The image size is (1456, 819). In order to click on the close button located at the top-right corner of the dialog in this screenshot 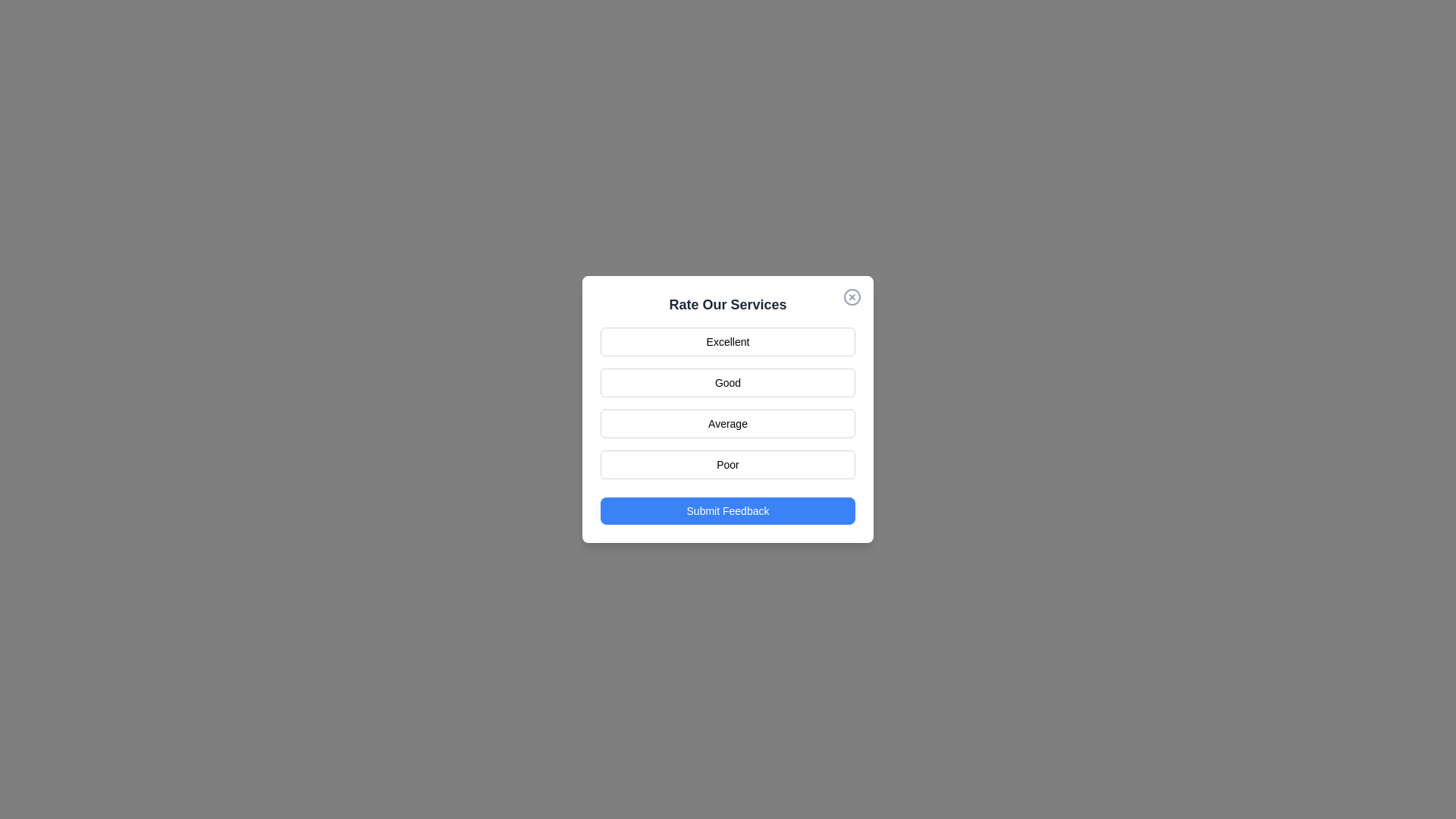, I will do `click(852, 297)`.